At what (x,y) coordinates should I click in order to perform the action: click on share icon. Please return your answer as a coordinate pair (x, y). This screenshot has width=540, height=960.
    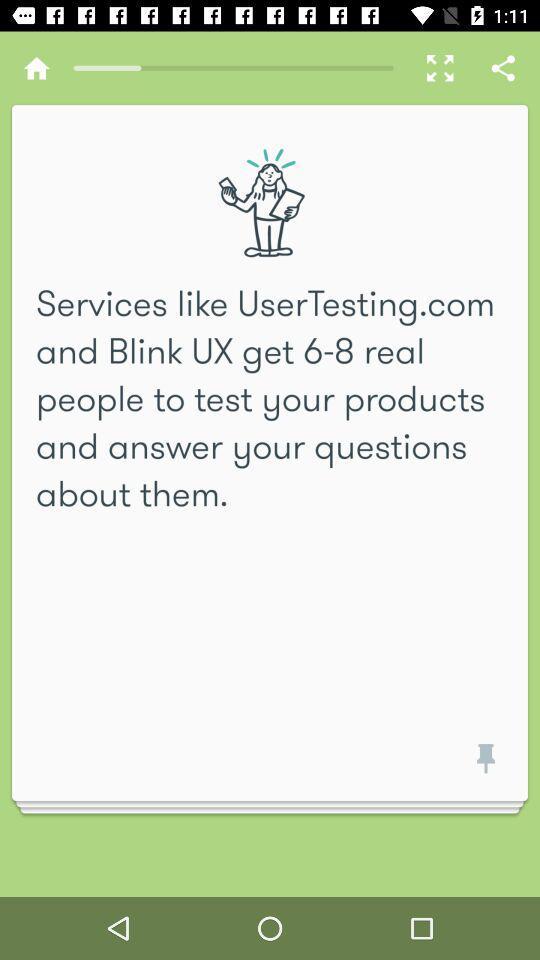
    Looking at the image, I should click on (502, 68).